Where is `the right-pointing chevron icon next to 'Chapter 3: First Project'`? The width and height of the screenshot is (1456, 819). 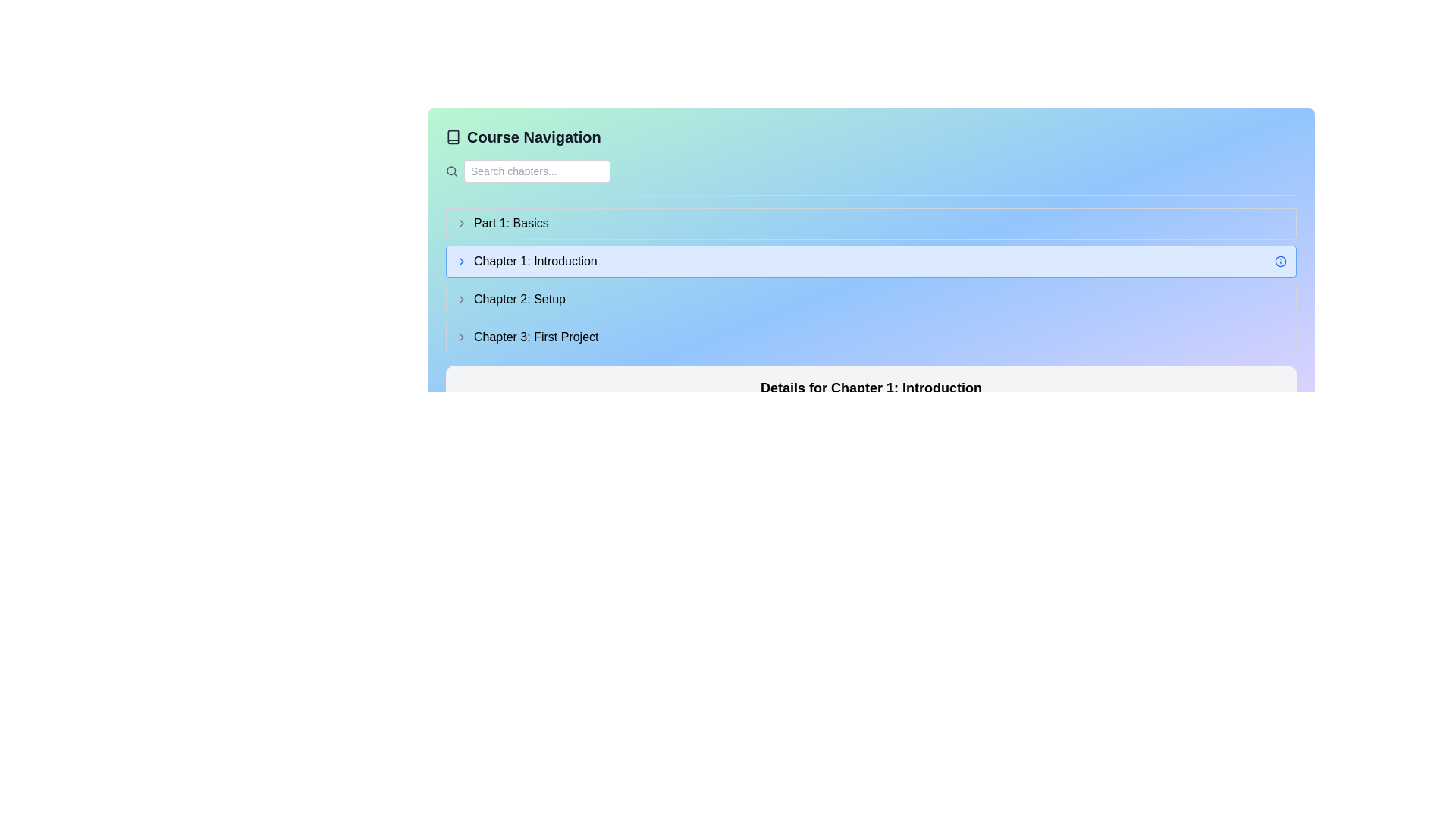
the right-pointing chevron icon next to 'Chapter 3: First Project' is located at coordinates (461, 336).